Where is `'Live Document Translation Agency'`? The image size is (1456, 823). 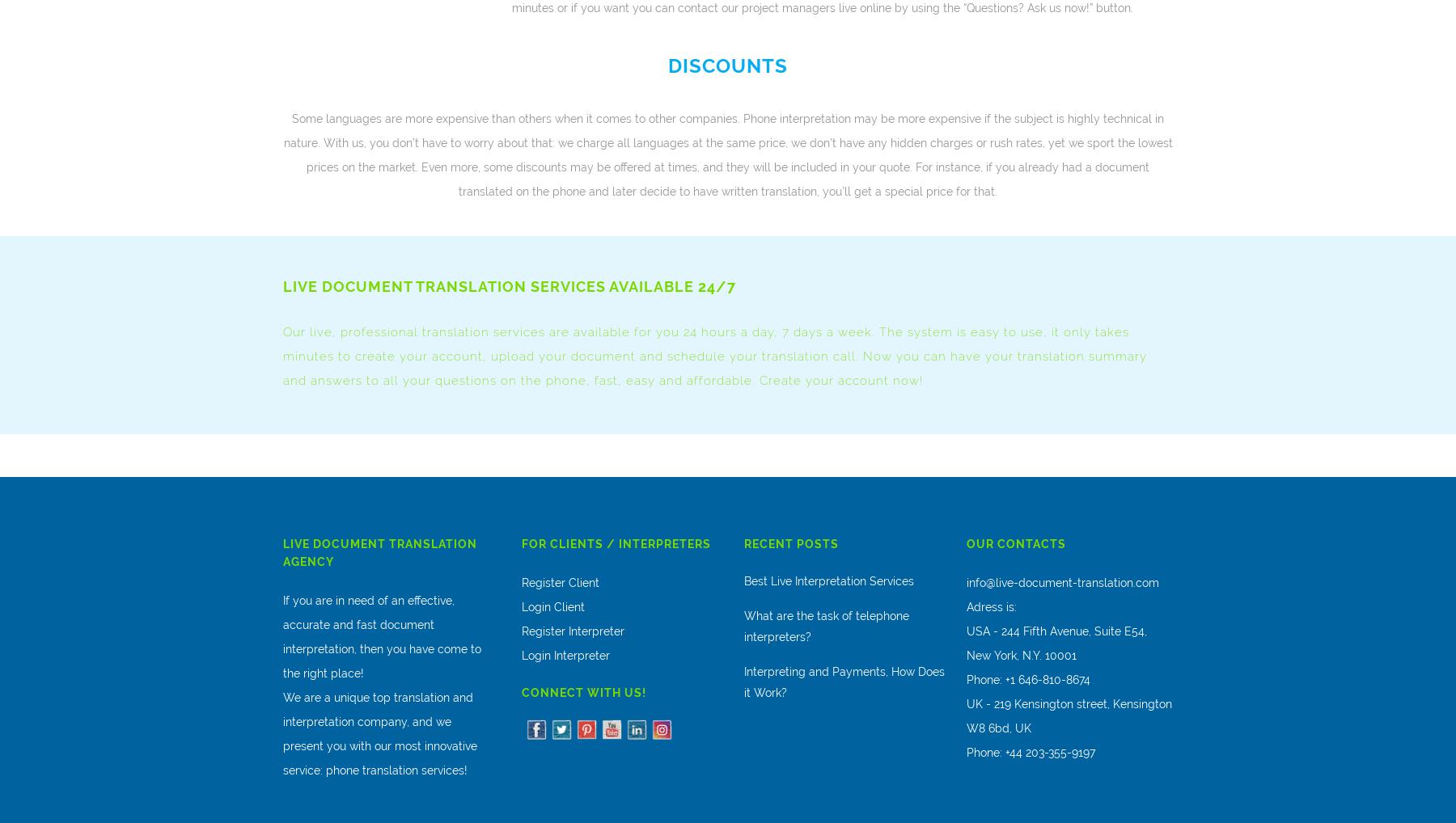 'Live Document Translation Agency' is located at coordinates (379, 552).